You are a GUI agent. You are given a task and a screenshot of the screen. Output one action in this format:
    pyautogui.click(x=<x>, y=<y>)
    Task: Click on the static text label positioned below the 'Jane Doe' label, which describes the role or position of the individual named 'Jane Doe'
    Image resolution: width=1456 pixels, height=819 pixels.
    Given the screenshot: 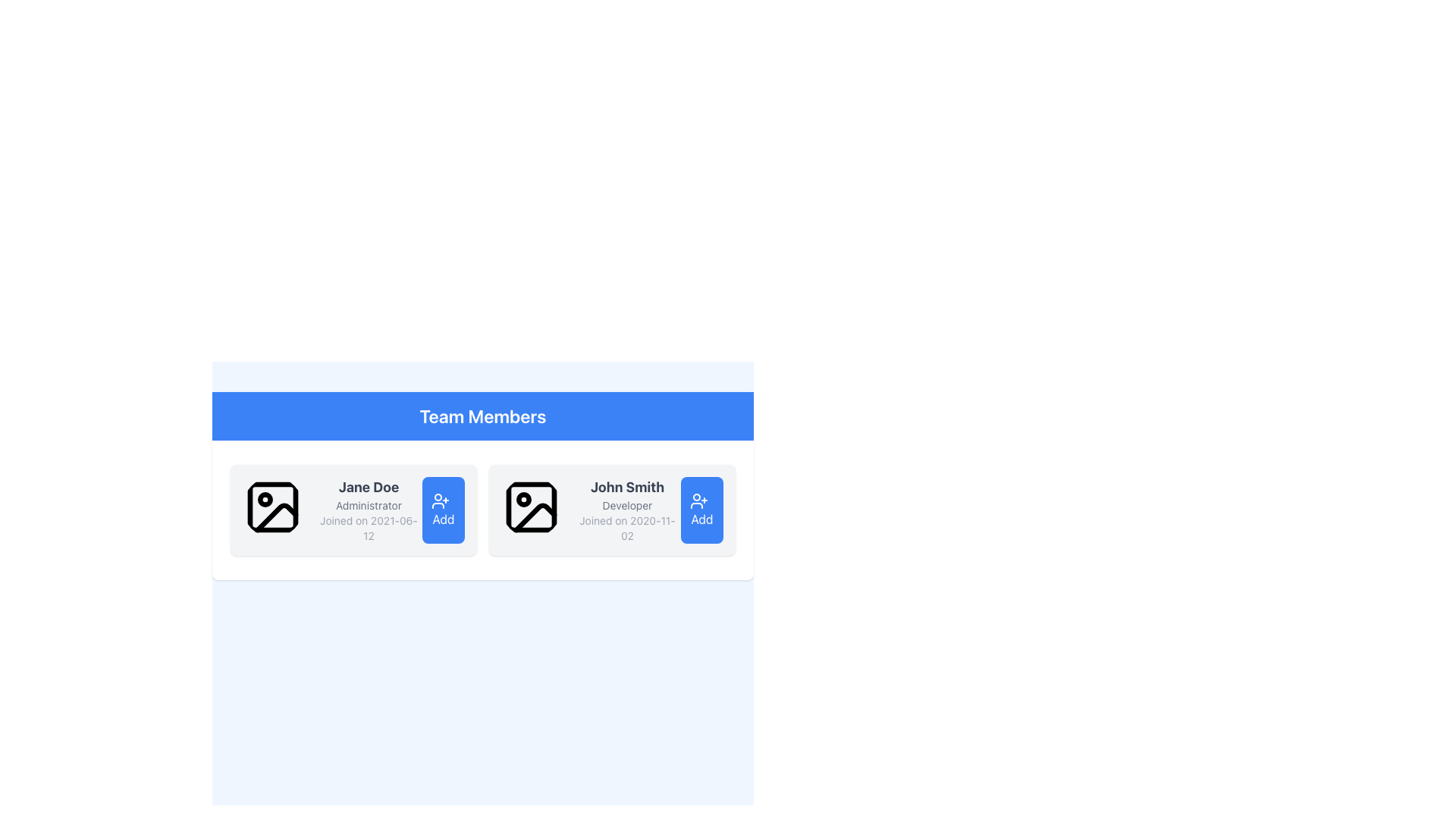 What is the action you would take?
    pyautogui.click(x=369, y=506)
    